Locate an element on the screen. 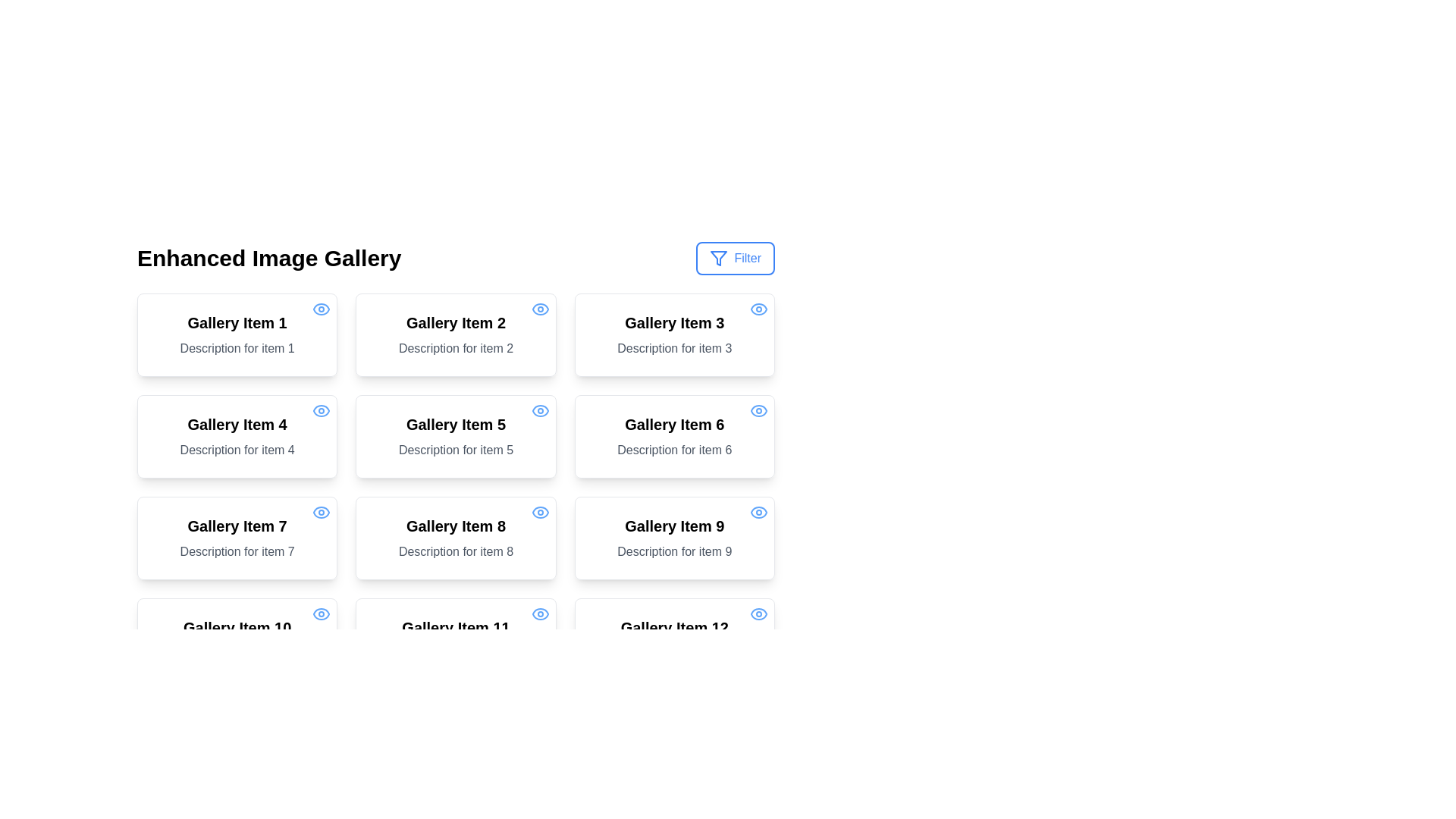  the text label displaying 'Gallery Item 8', which is styled with a larger, bold font and located in the second row and third column of the gallery item grid is located at coordinates (455, 526).